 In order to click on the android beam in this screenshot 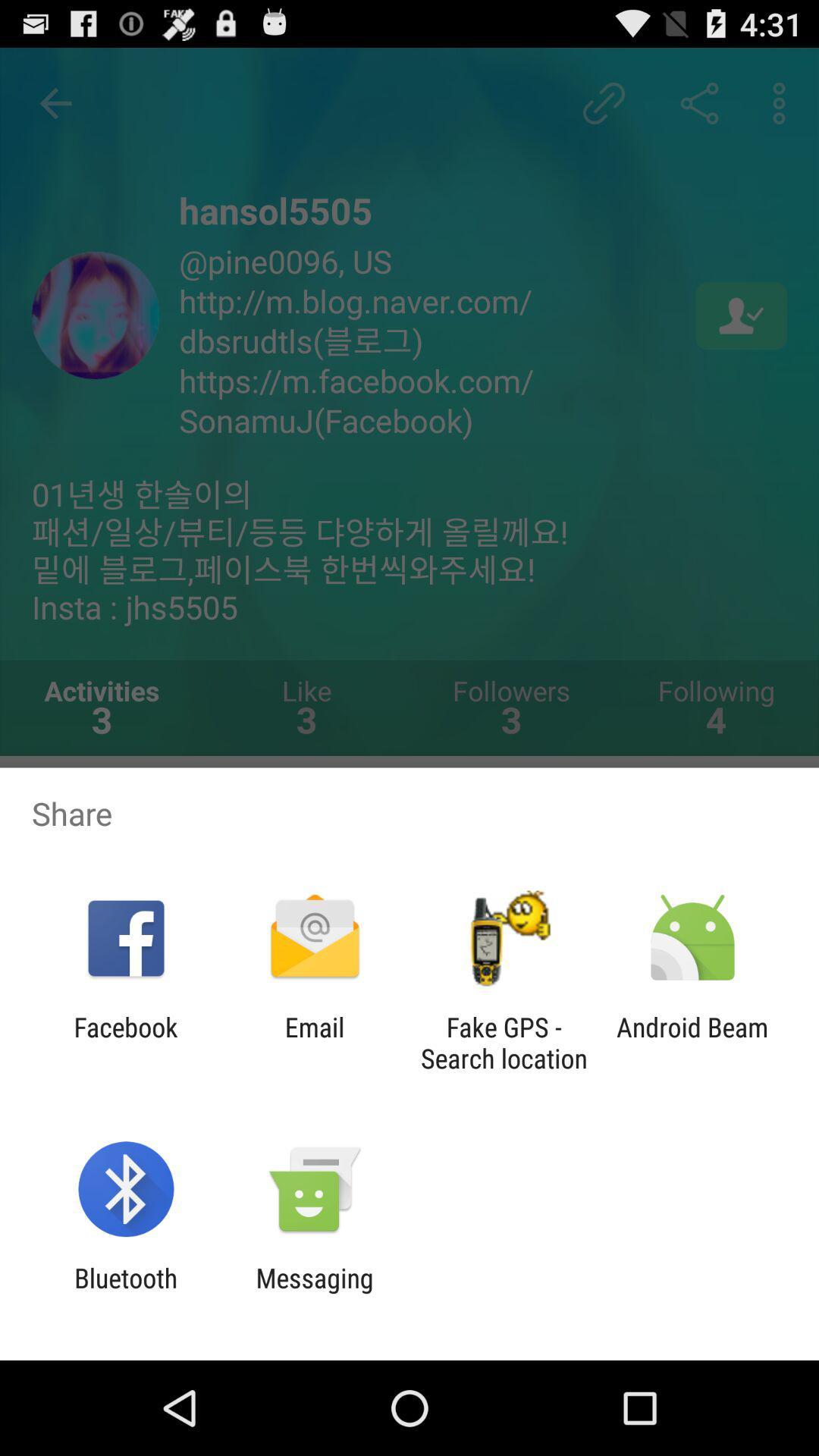, I will do `click(692, 1042)`.